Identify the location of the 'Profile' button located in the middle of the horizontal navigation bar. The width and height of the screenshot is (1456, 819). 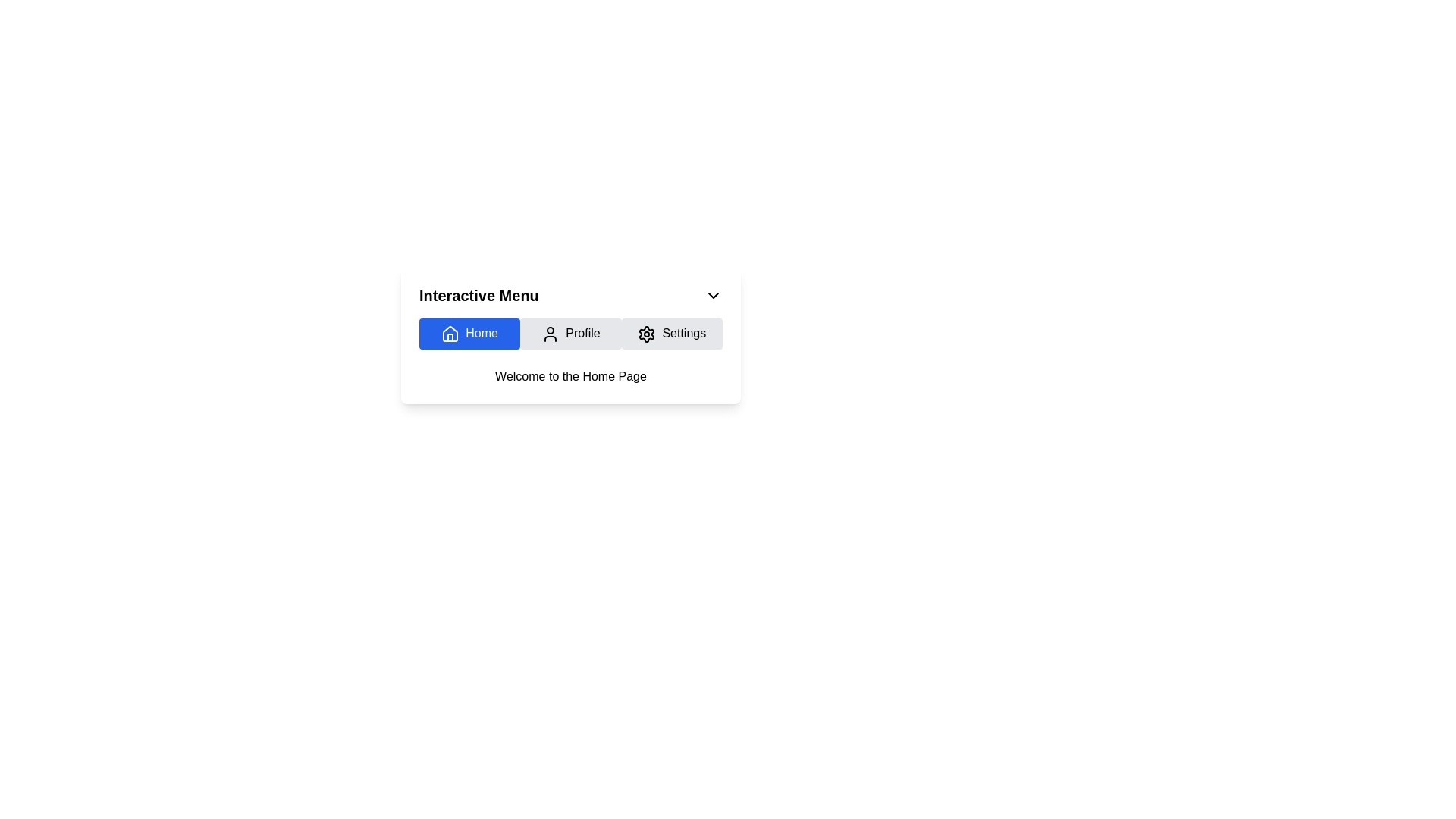
(570, 333).